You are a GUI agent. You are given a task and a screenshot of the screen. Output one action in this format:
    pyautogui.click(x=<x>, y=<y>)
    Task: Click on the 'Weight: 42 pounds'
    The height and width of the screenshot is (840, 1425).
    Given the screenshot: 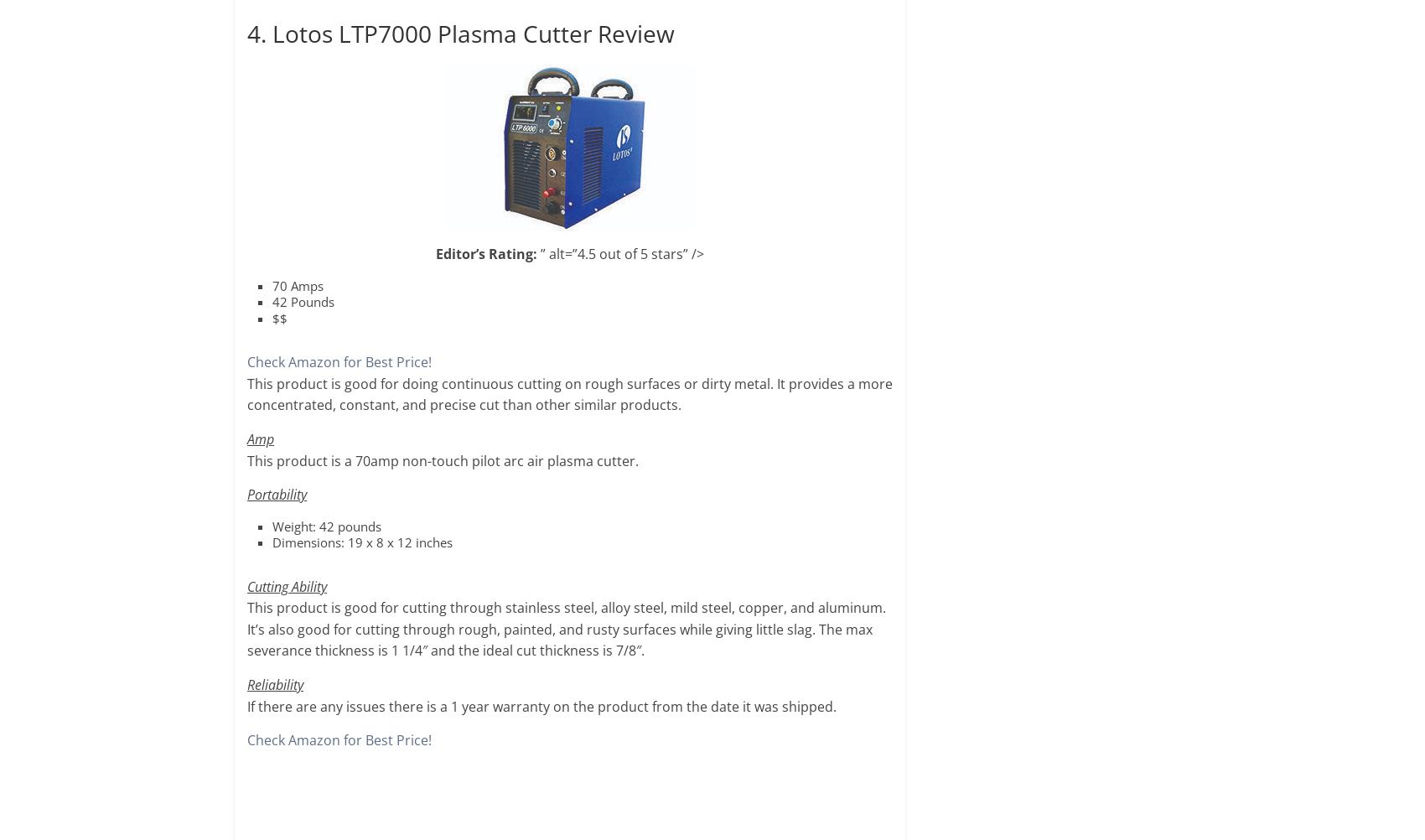 What is the action you would take?
    pyautogui.click(x=325, y=524)
    